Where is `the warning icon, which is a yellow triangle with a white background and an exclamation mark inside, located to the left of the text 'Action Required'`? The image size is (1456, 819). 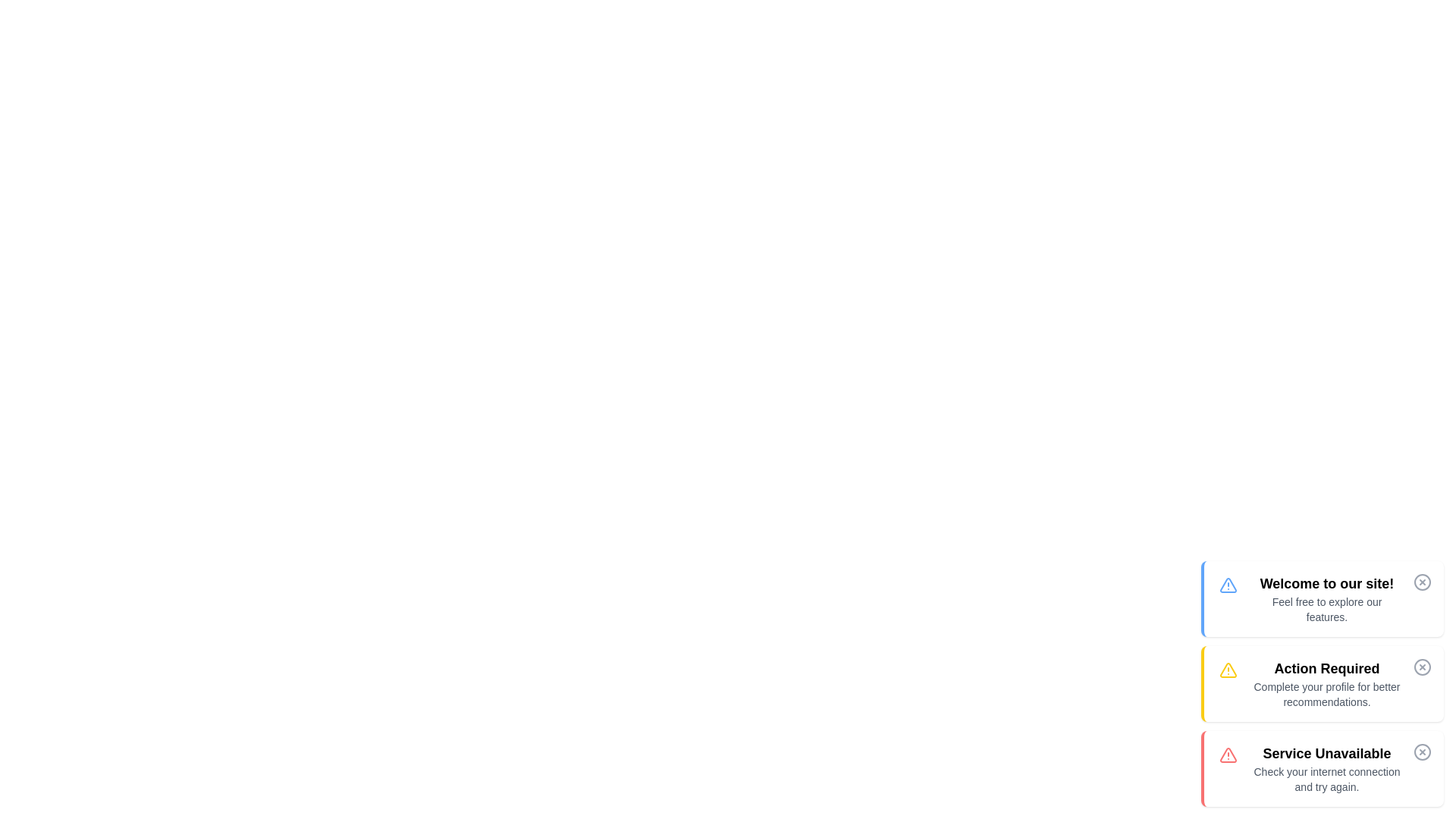
the warning icon, which is a yellow triangle with a white background and an exclamation mark inside, located to the left of the text 'Action Required' is located at coordinates (1228, 669).